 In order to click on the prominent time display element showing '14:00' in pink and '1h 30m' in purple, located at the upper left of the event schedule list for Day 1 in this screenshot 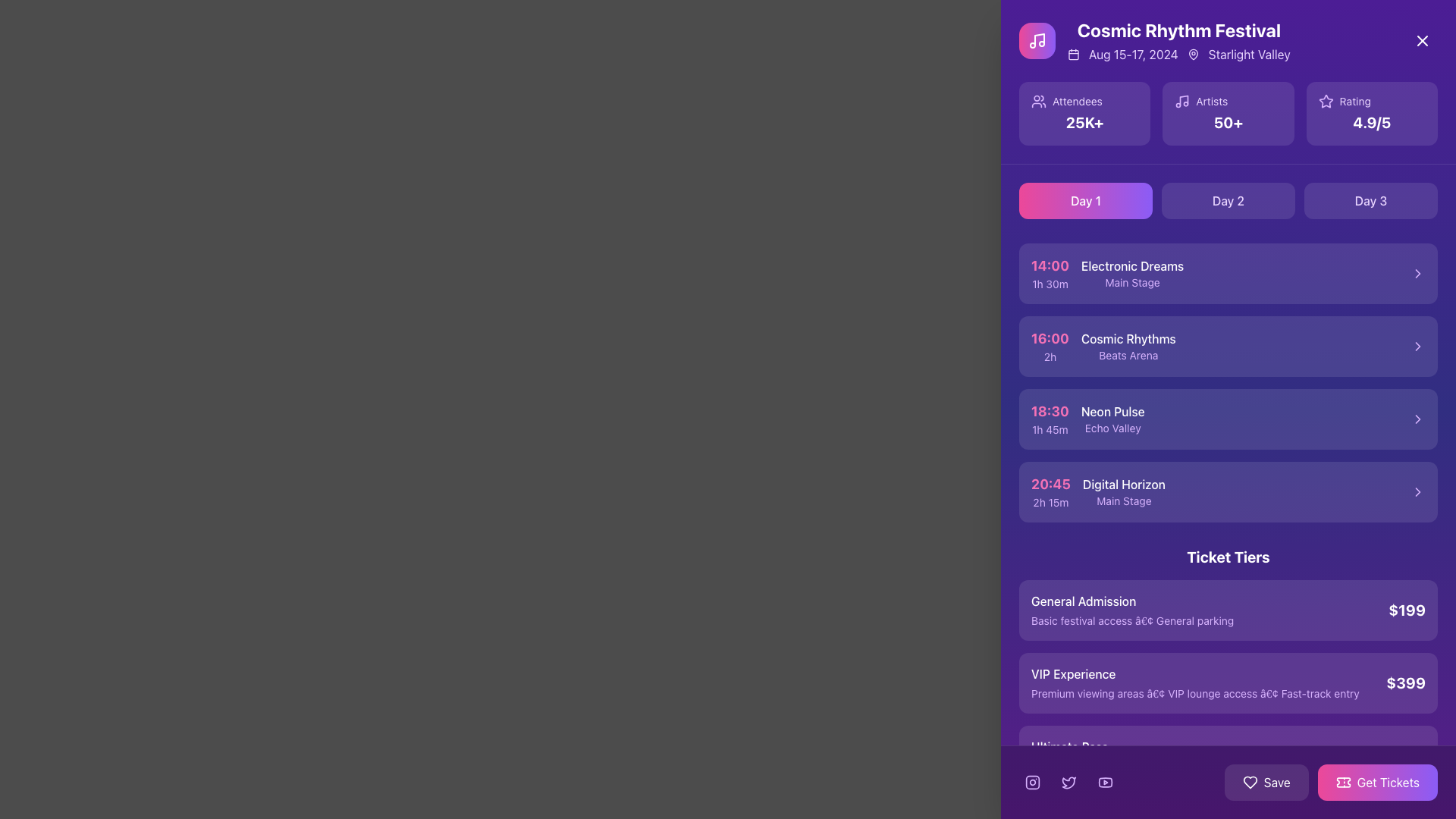, I will do `click(1049, 274)`.